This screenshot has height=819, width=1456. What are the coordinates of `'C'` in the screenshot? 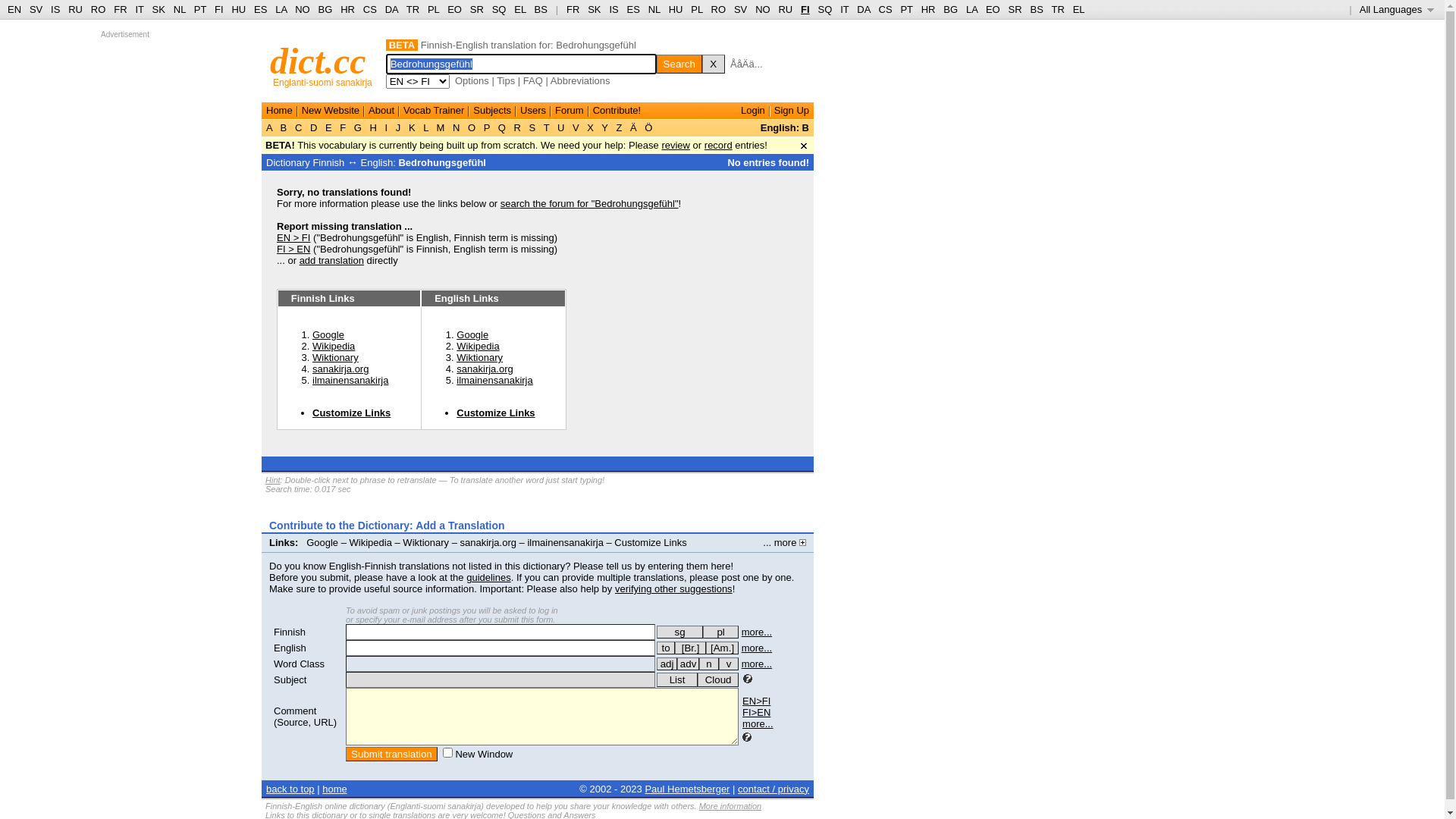 It's located at (298, 127).